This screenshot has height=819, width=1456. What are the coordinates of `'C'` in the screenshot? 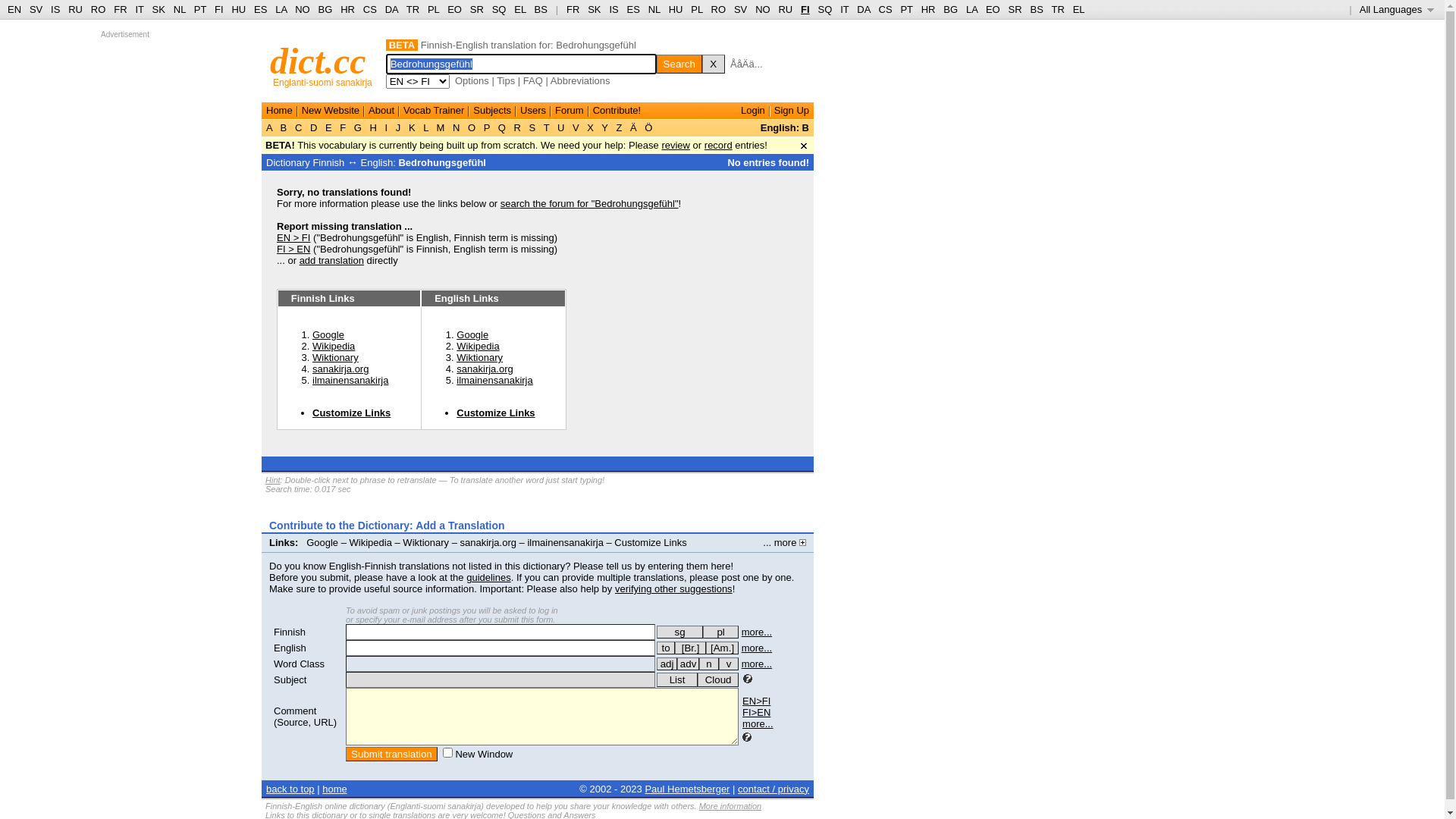 It's located at (298, 127).